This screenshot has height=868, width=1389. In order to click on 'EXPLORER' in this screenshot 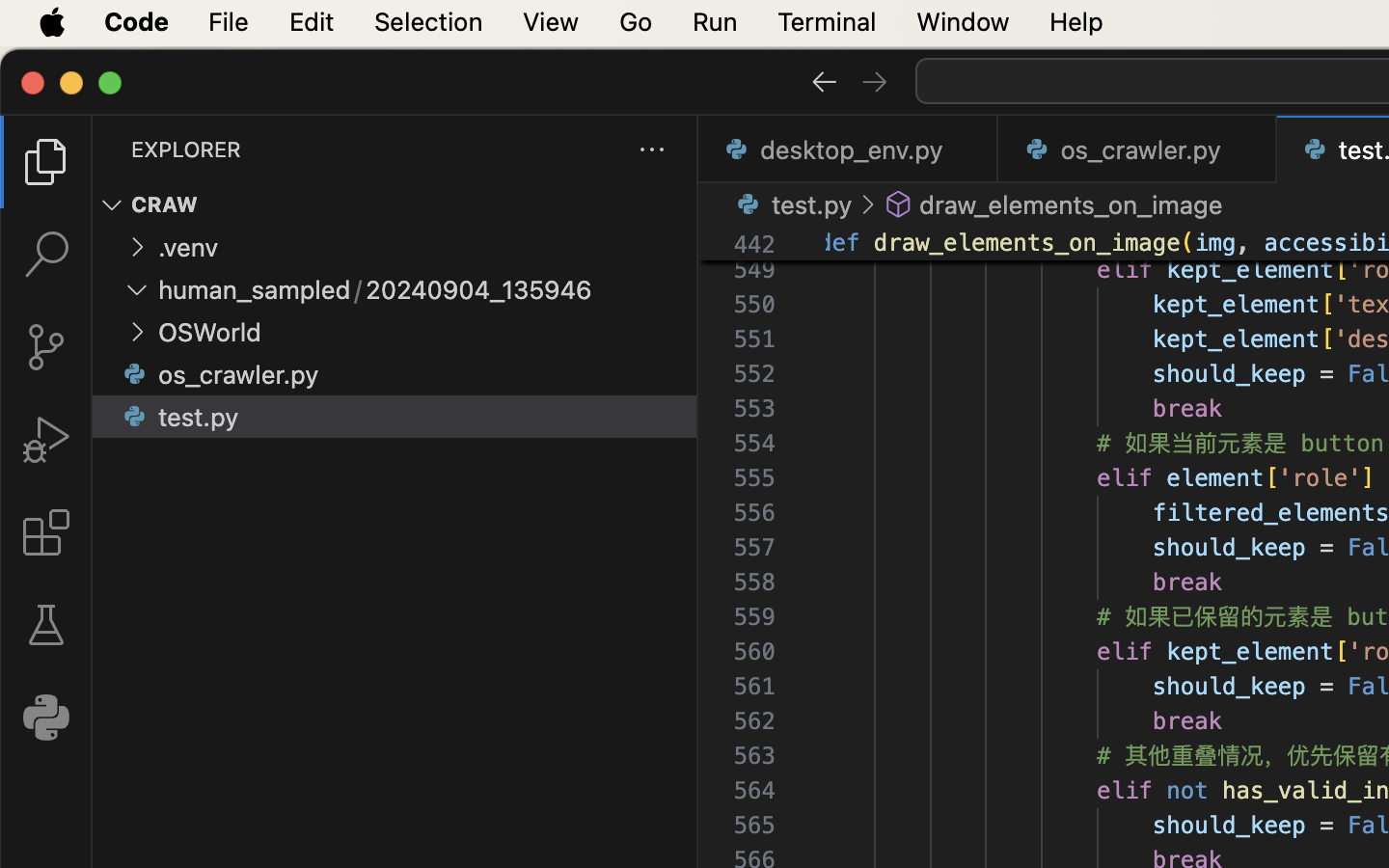, I will do `click(185, 149)`.